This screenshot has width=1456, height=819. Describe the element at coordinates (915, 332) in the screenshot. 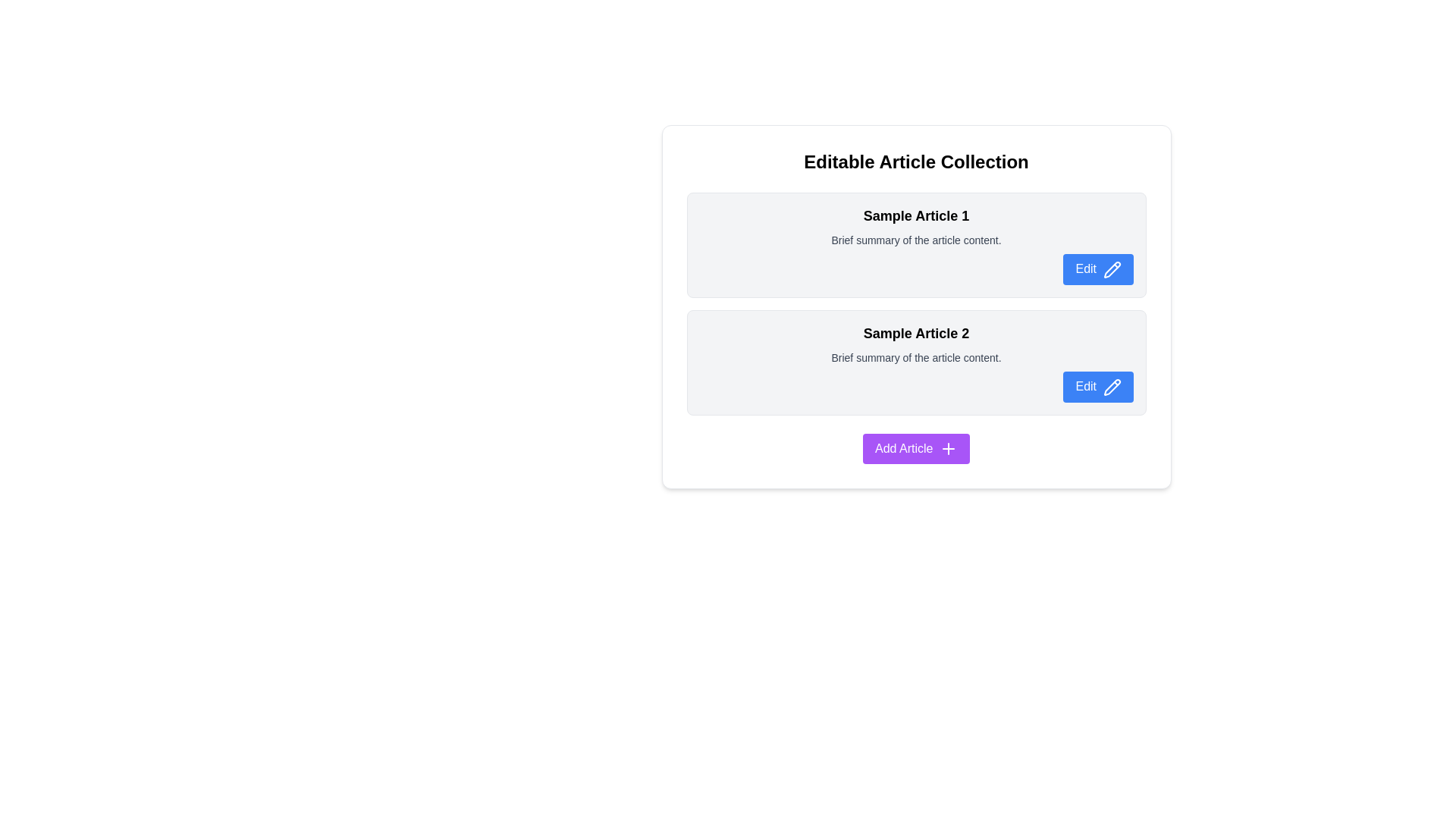

I see `the title text element that displays the article title, which is located at the top of the article group, above the 'Add Article' button` at that location.